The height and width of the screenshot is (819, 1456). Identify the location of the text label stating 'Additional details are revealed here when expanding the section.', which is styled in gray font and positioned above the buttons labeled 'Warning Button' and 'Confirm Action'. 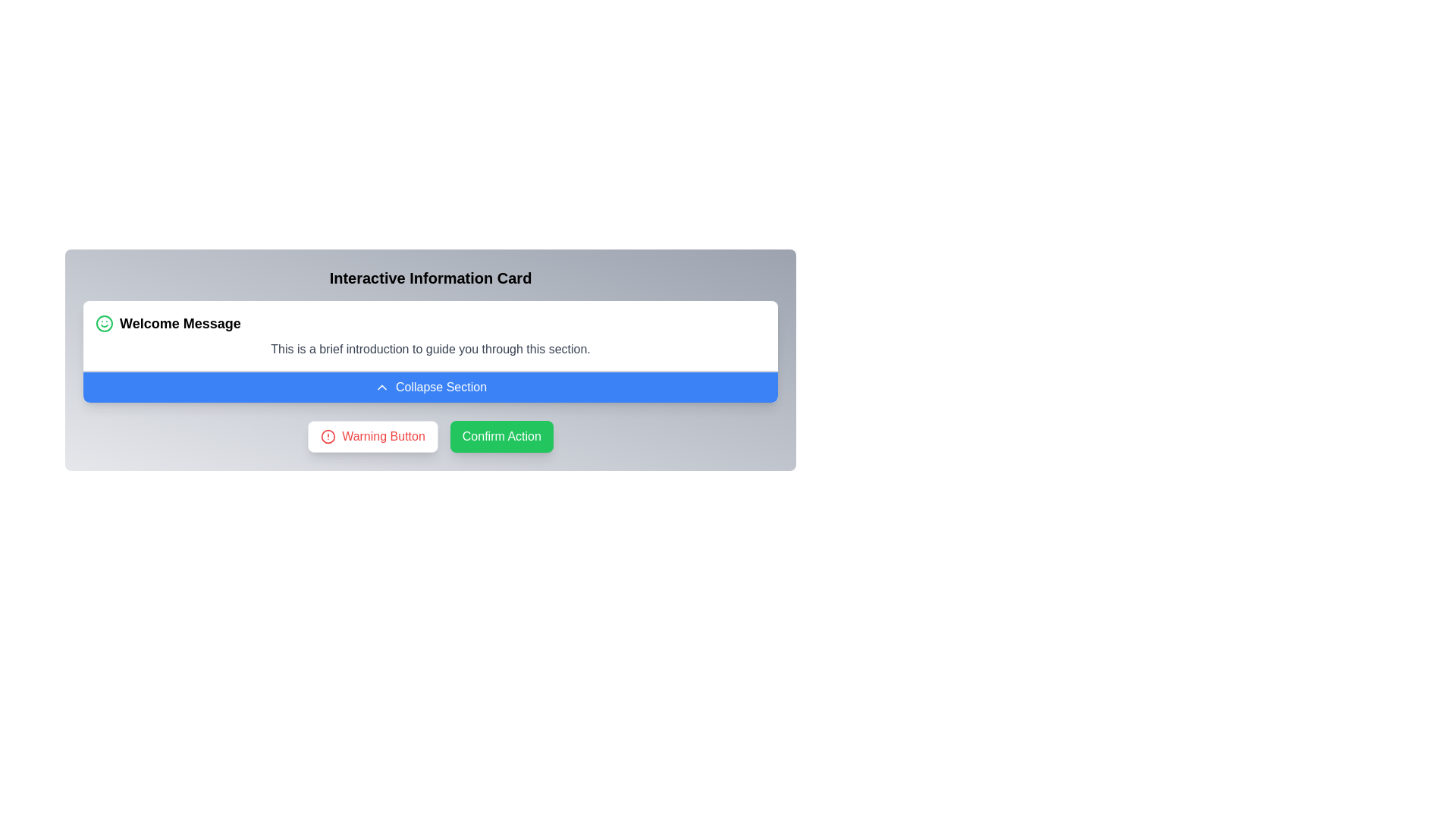
(429, 424).